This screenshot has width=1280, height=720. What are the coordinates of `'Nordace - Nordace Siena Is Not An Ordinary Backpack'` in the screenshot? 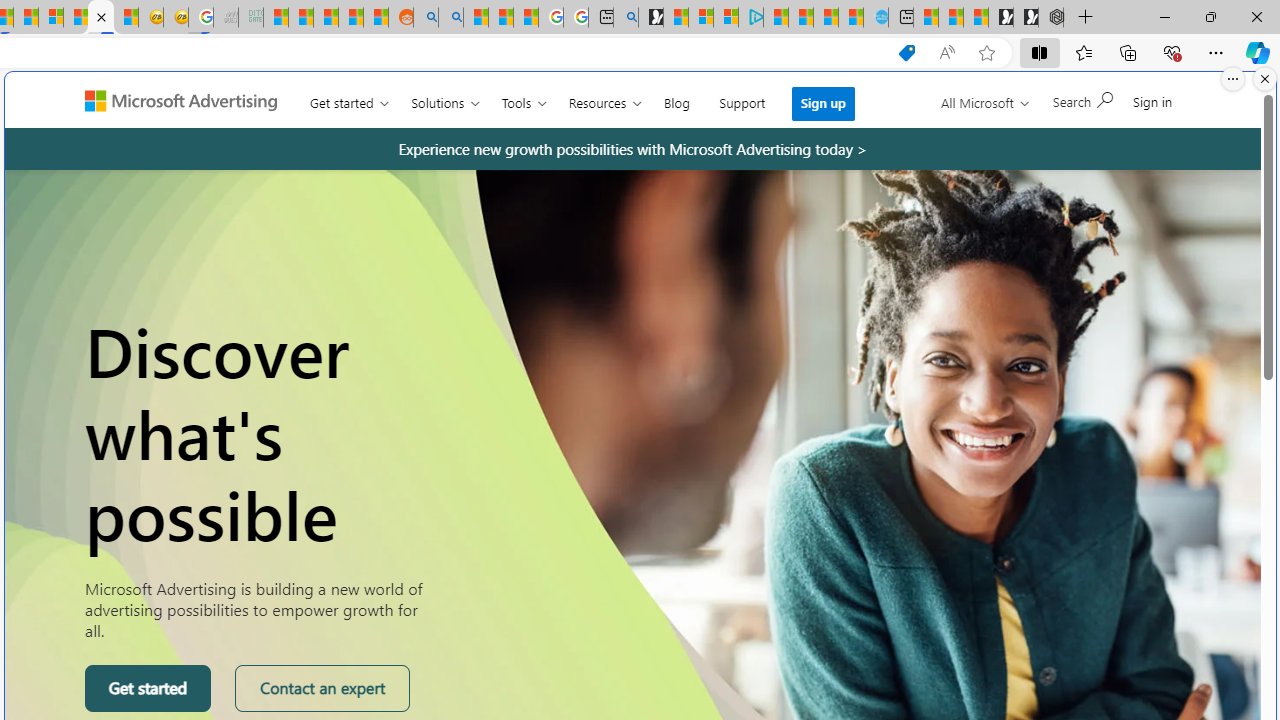 It's located at (1050, 17).